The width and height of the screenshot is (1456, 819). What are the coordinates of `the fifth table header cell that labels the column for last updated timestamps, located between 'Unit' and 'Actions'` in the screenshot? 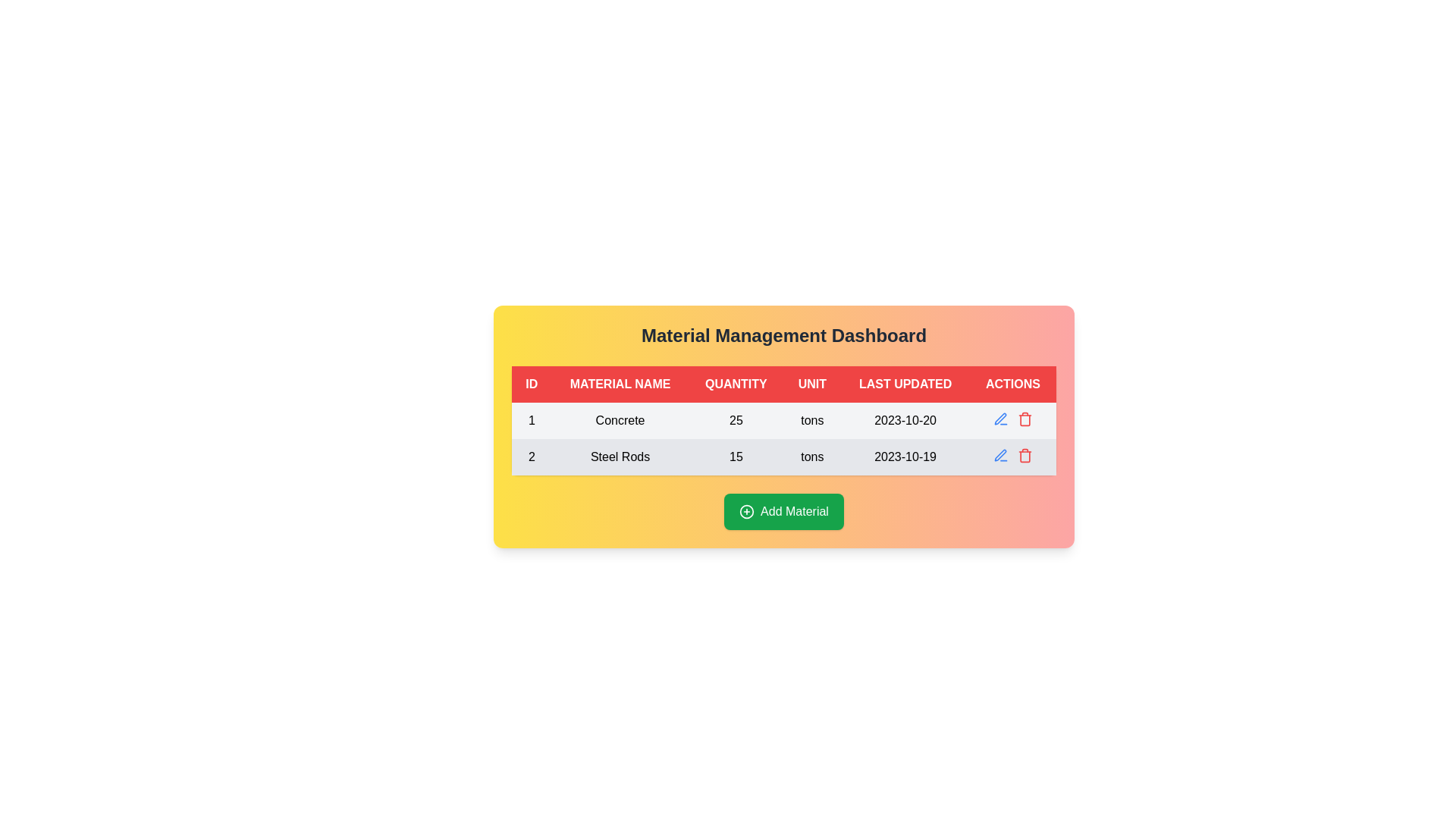 It's located at (905, 383).